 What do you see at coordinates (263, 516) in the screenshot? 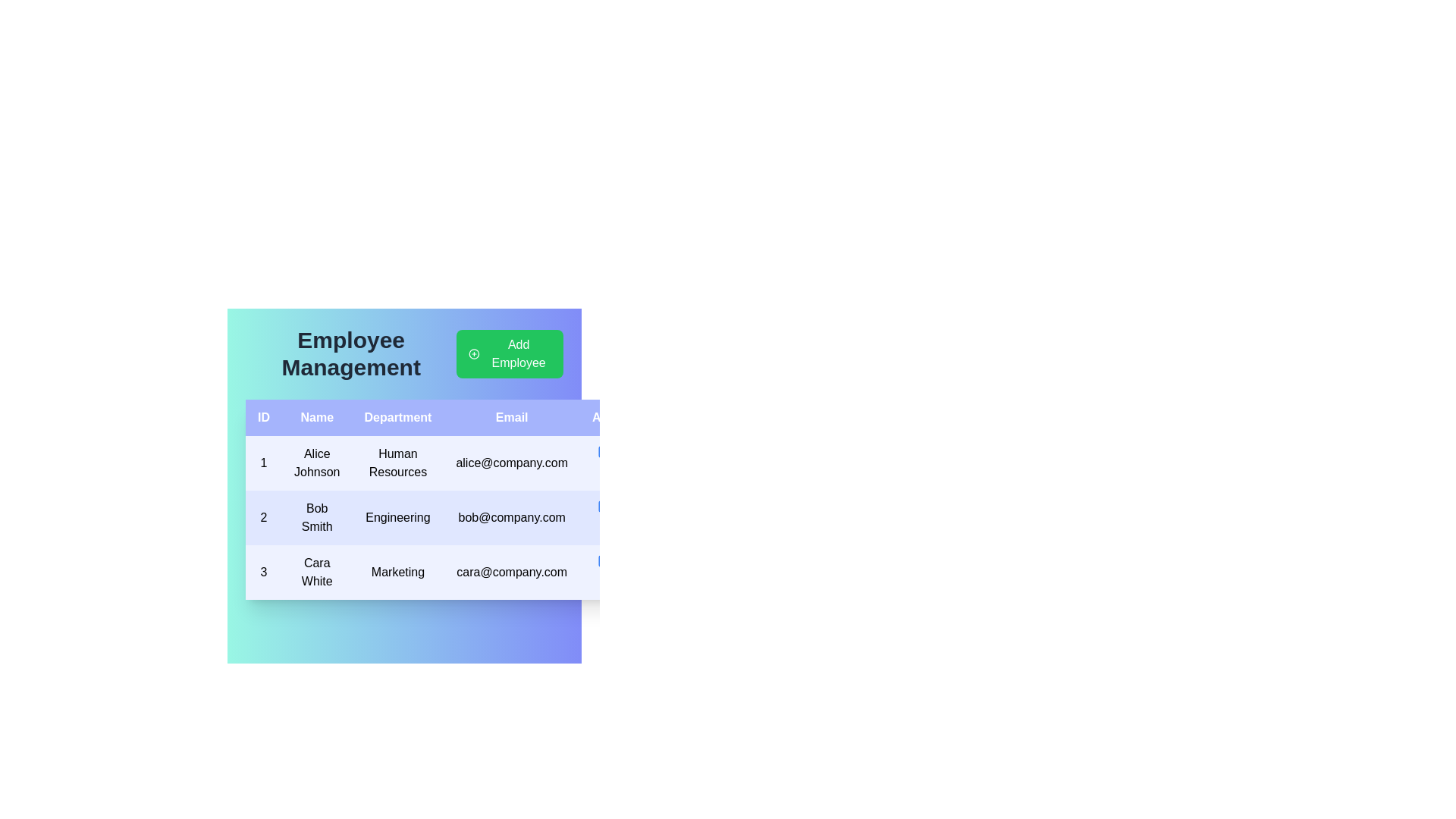
I see `number displayed in the first column of the row representing Bob Smith's data in the table` at bounding box center [263, 516].